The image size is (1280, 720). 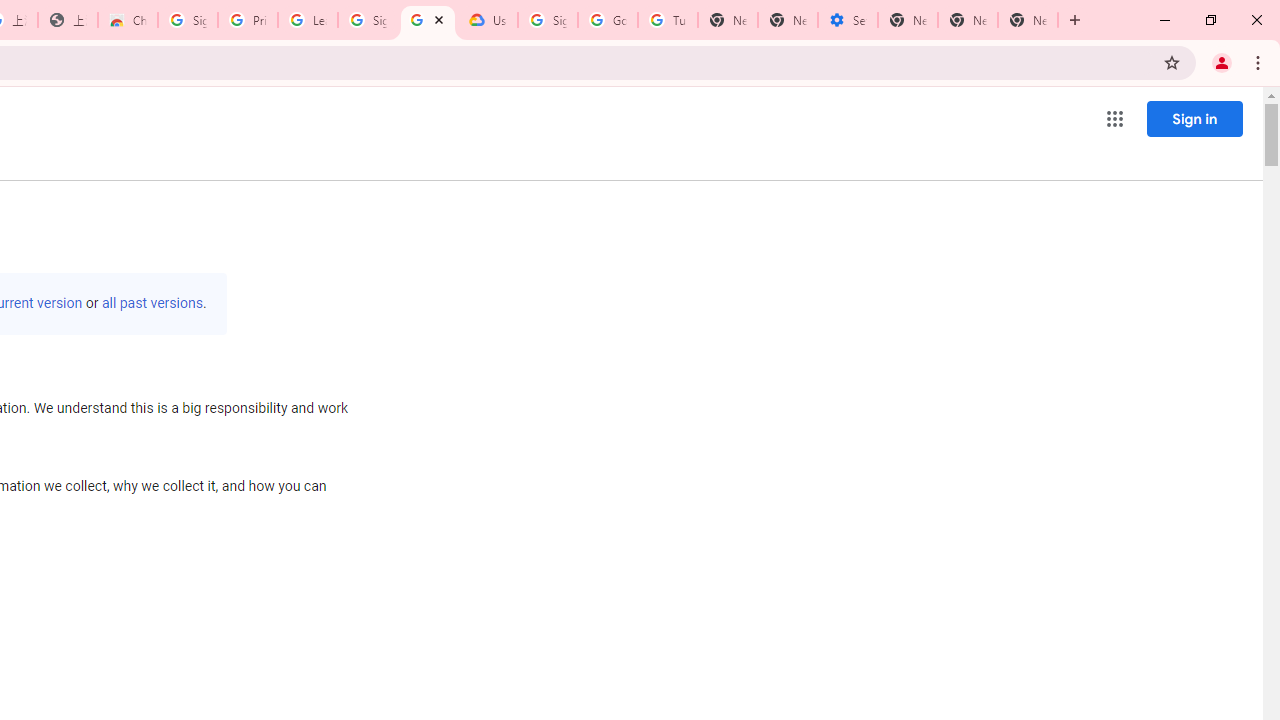 What do you see at coordinates (151, 303) in the screenshot?
I see `'all past versions'` at bounding box center [151, 303].